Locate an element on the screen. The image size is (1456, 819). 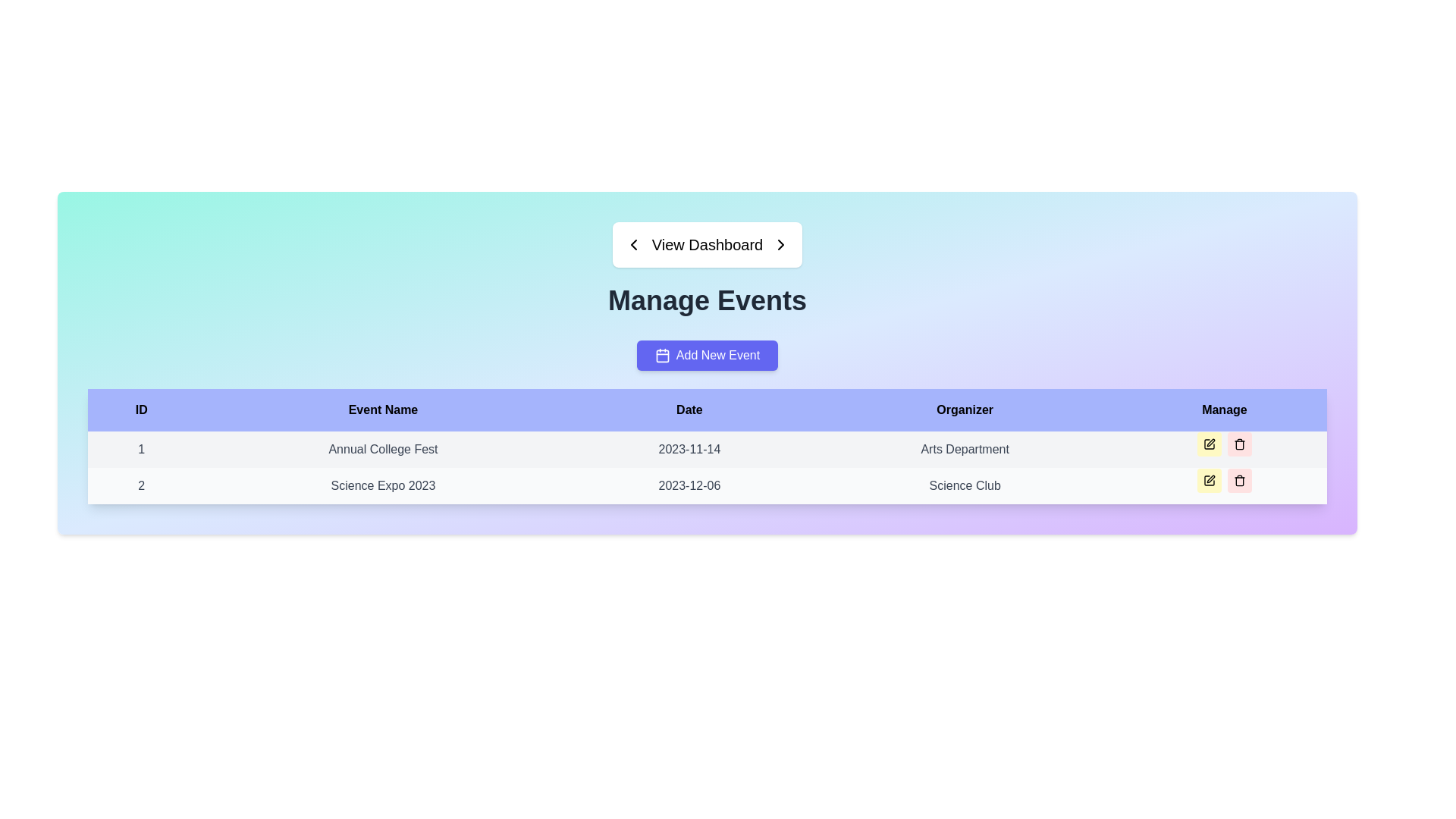
the right-facing arrow icon button located adjacent to the text 'View Dashboard' is located at coordinates (781, 244).